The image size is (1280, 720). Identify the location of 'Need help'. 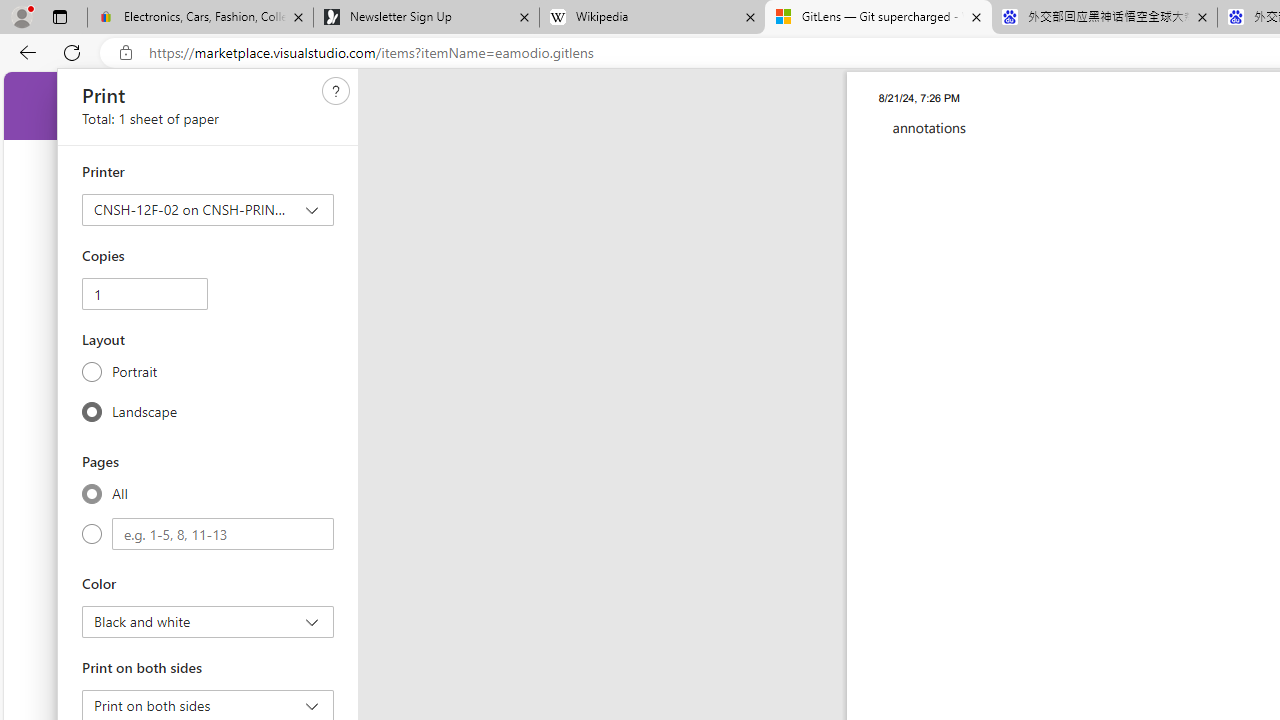
(336, 91).